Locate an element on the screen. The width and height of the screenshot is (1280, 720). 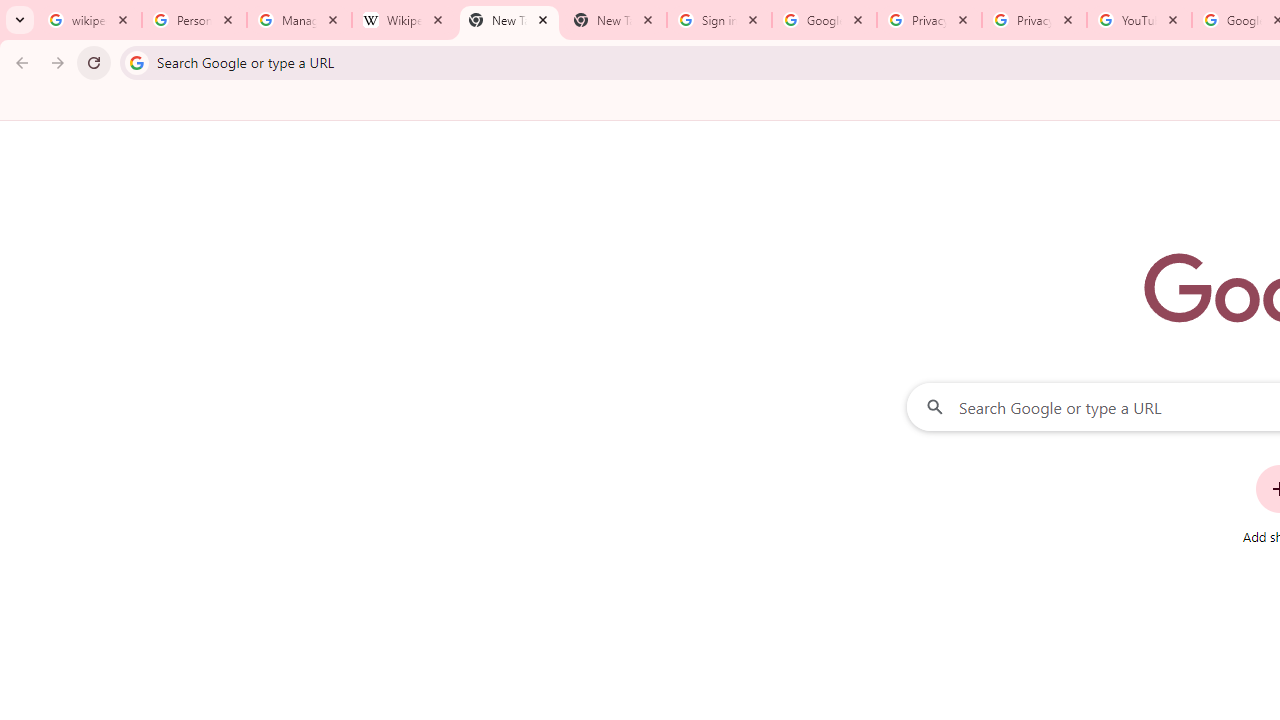
'Manage your Location History - Google Search Help' is located at coordinates (298, 20).